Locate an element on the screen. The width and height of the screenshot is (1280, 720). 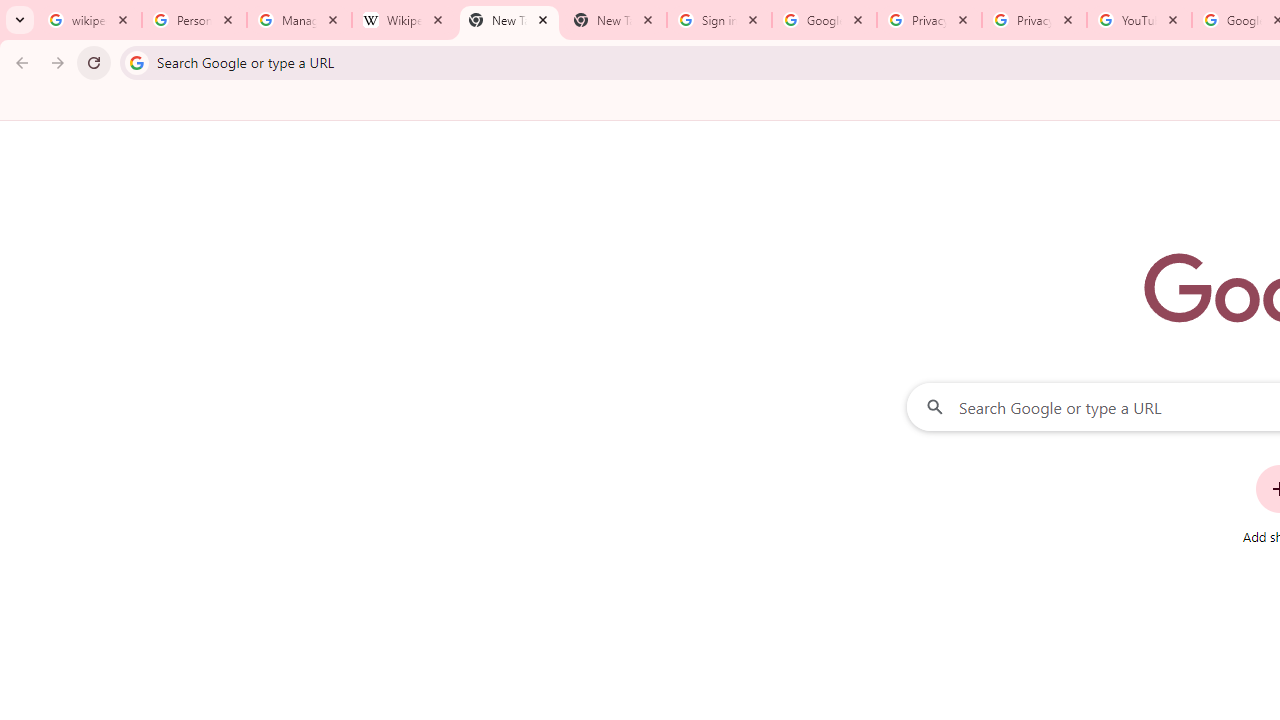
'Manage your Location History - Google Search Help' is located at coordinates (298, 20).